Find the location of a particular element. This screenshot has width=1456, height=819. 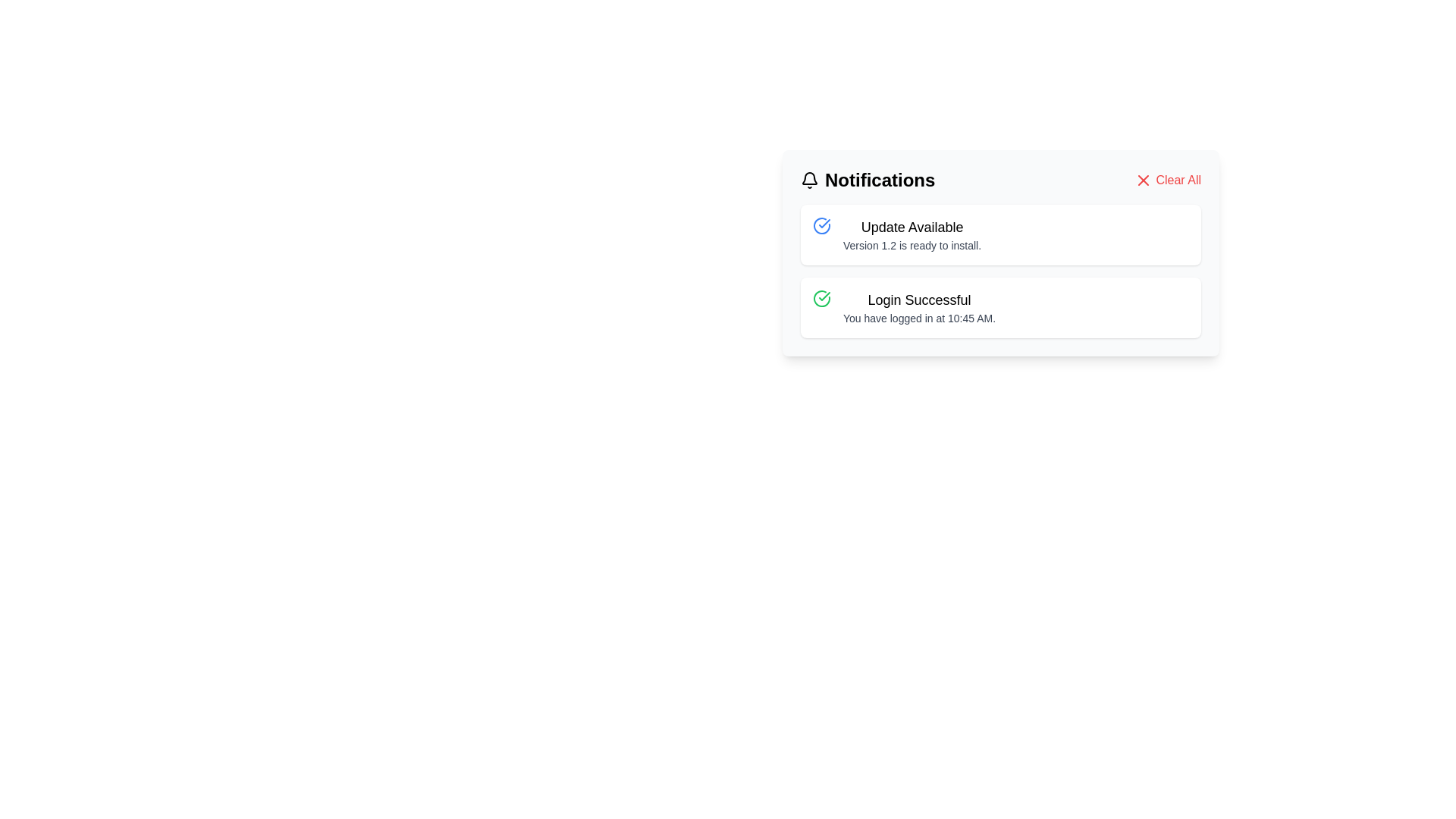

the green circular check icon located in the notification area next to 'Login Successful' is located at coordinates (821, 298).